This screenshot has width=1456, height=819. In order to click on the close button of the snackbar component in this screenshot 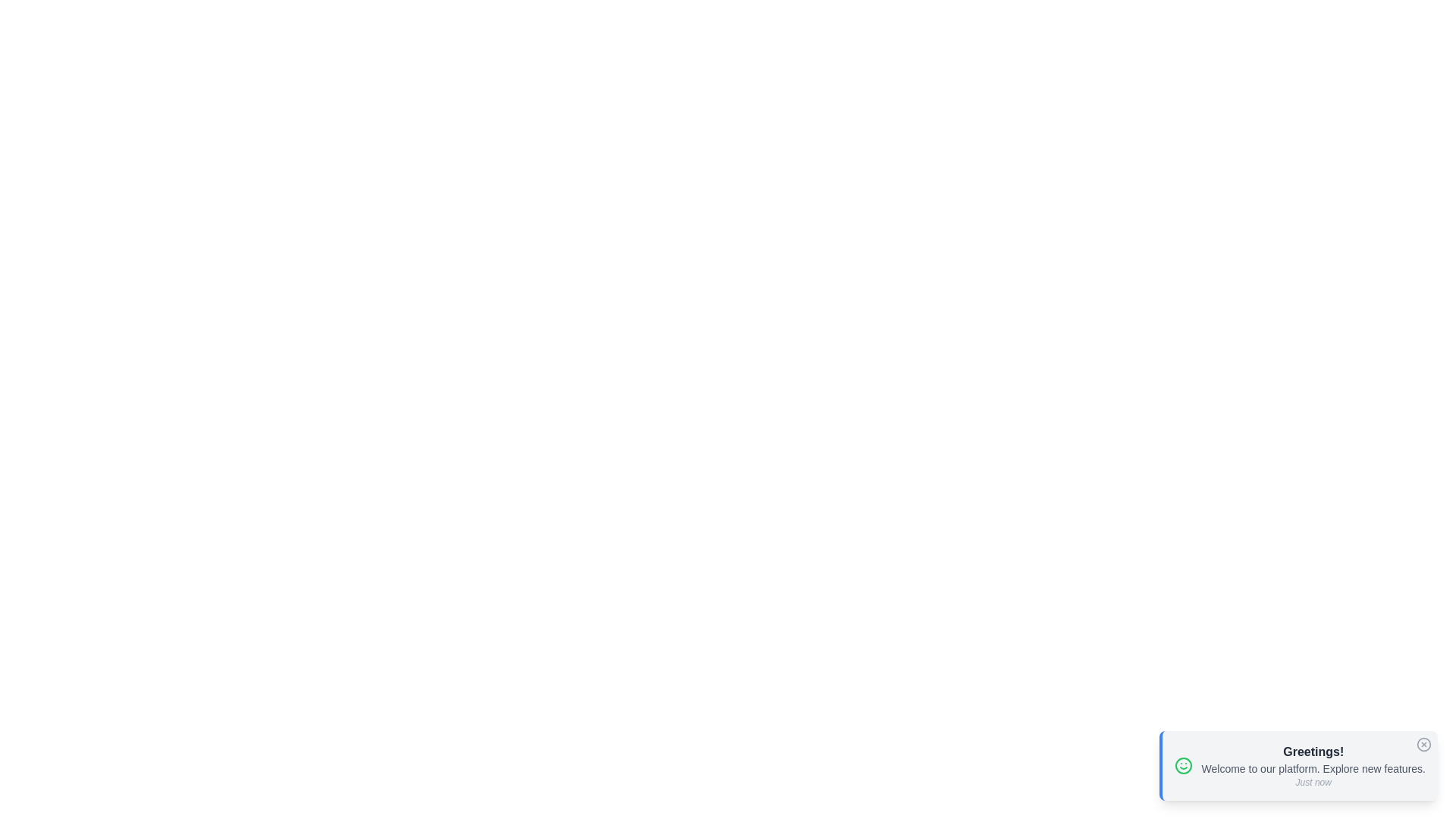, I will do `click(1423, 744)`.